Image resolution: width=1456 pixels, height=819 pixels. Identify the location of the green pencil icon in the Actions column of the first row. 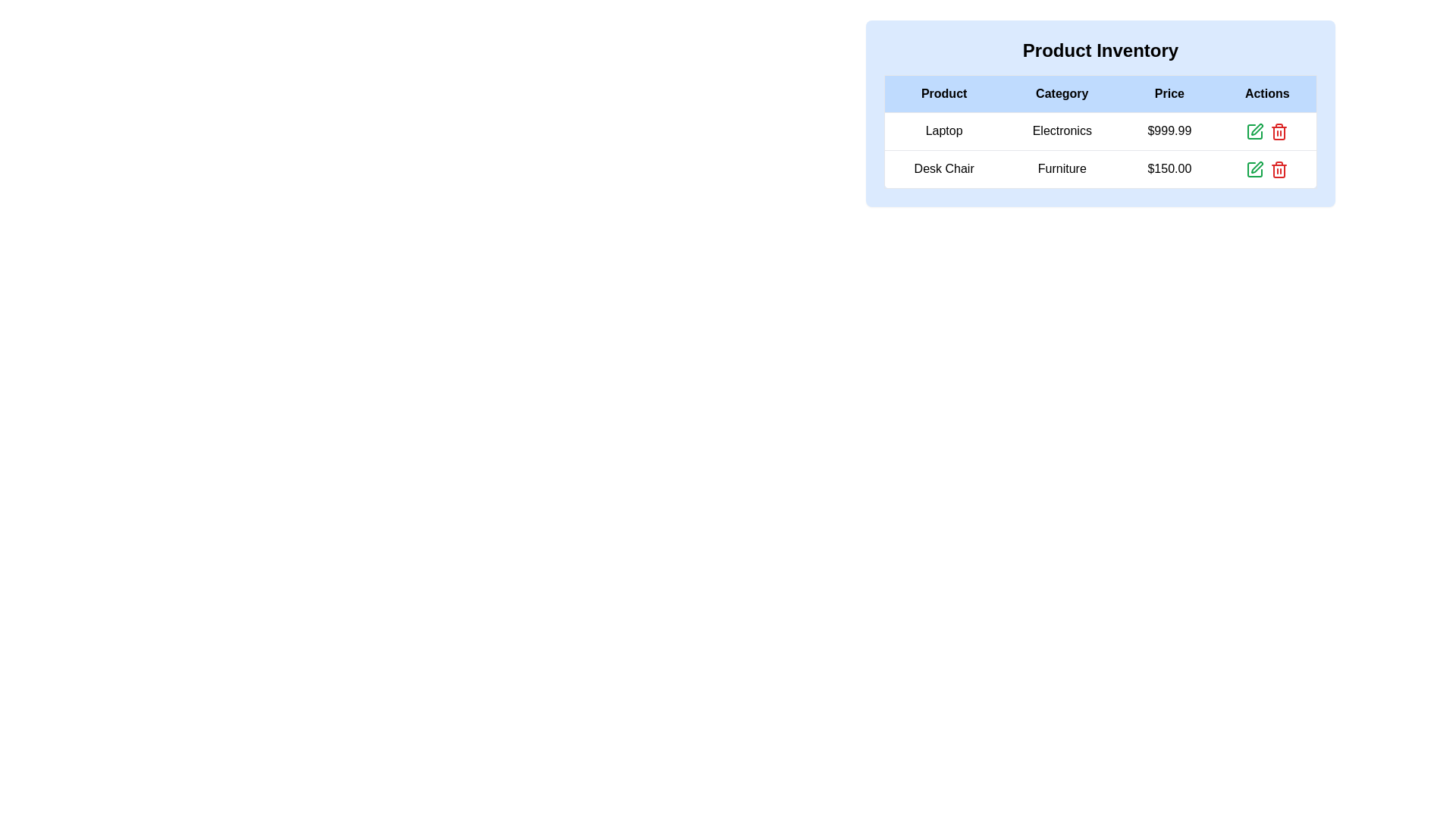
(1267, 130).